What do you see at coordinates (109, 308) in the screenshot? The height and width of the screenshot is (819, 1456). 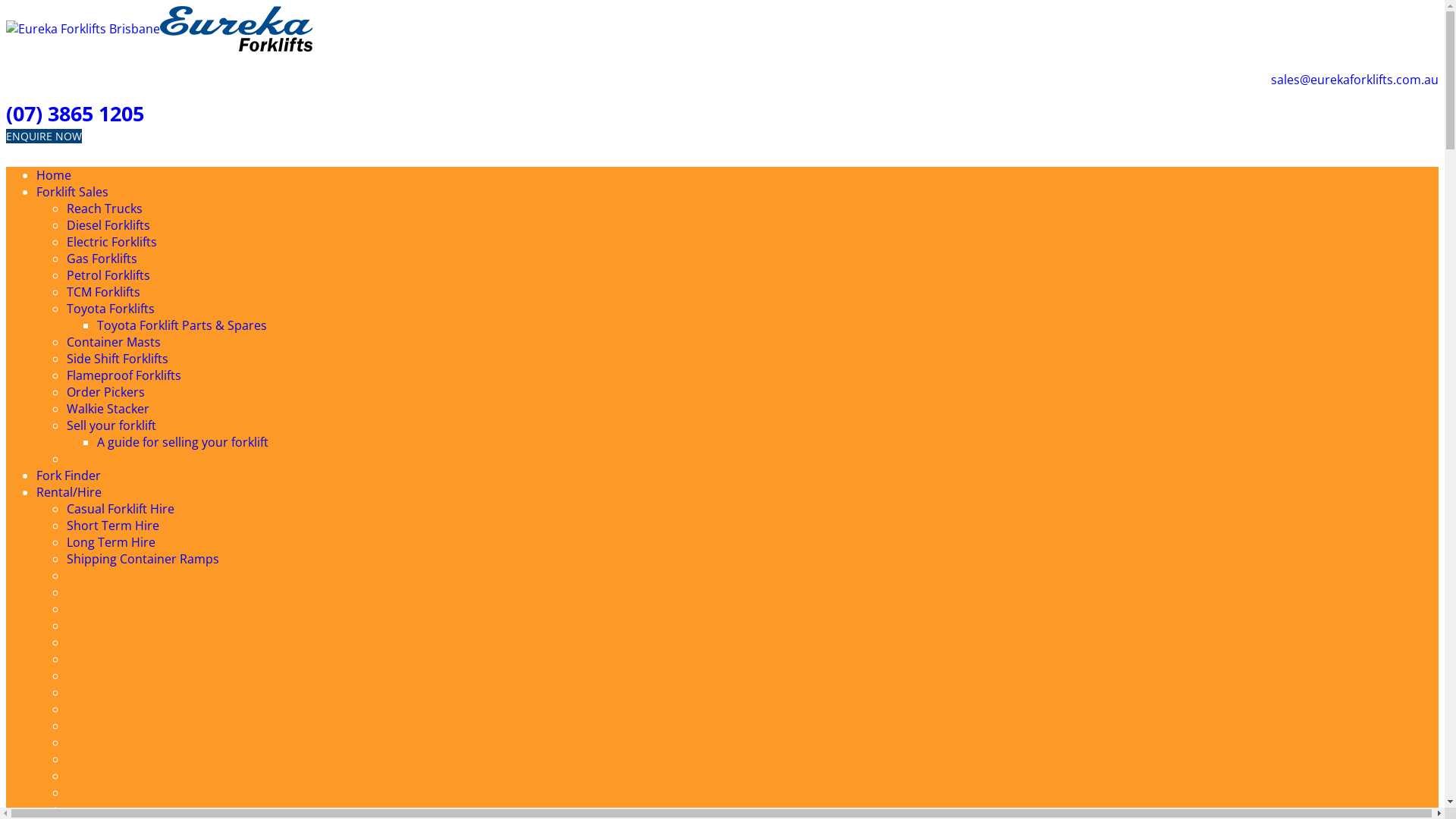 I see `'Toyota Forklifts'` at bounding box center [109, 308].